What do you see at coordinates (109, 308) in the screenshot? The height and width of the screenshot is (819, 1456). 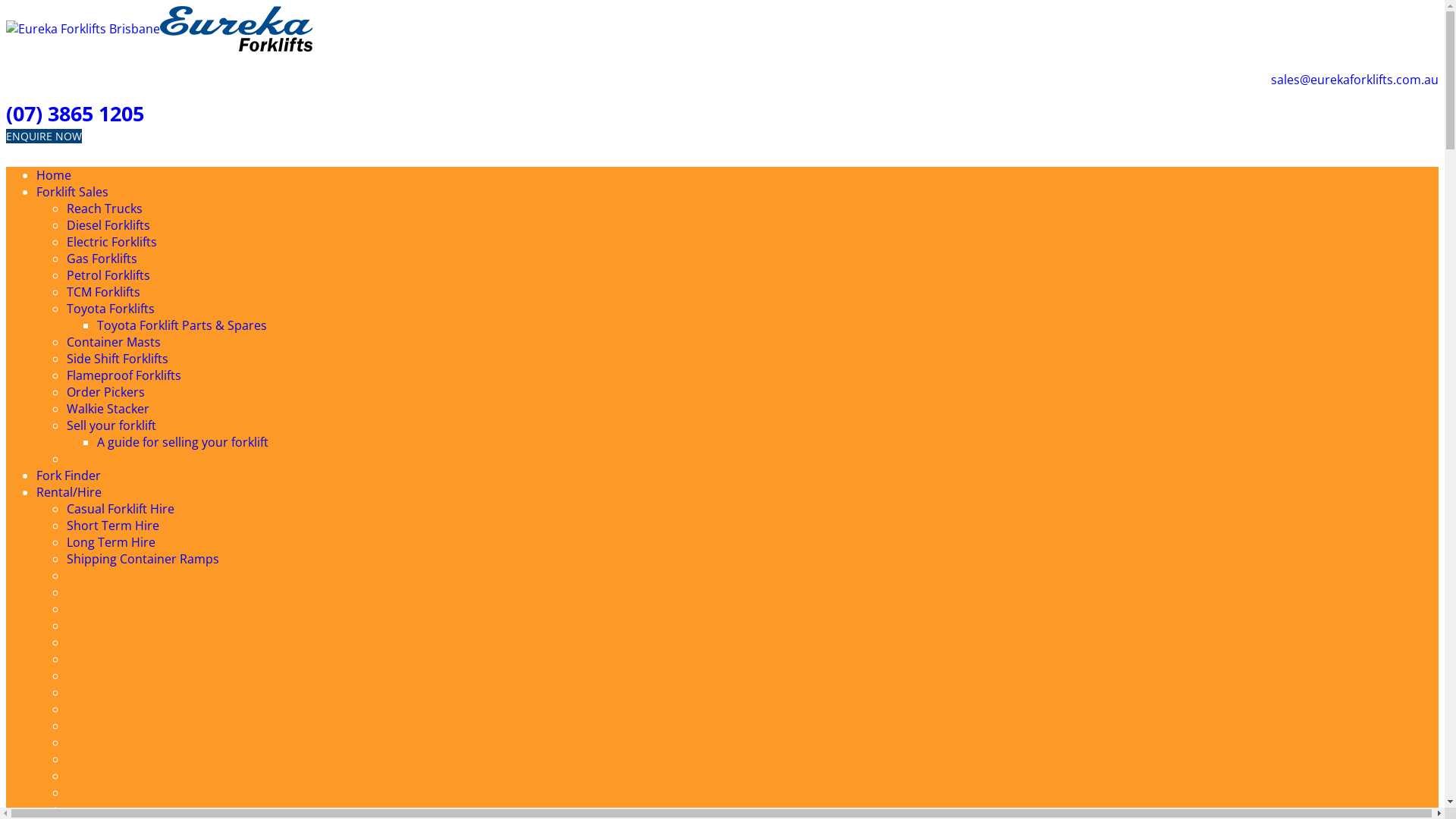 I see `'Toyota Forklifts'` at bounding box center [109, 308].